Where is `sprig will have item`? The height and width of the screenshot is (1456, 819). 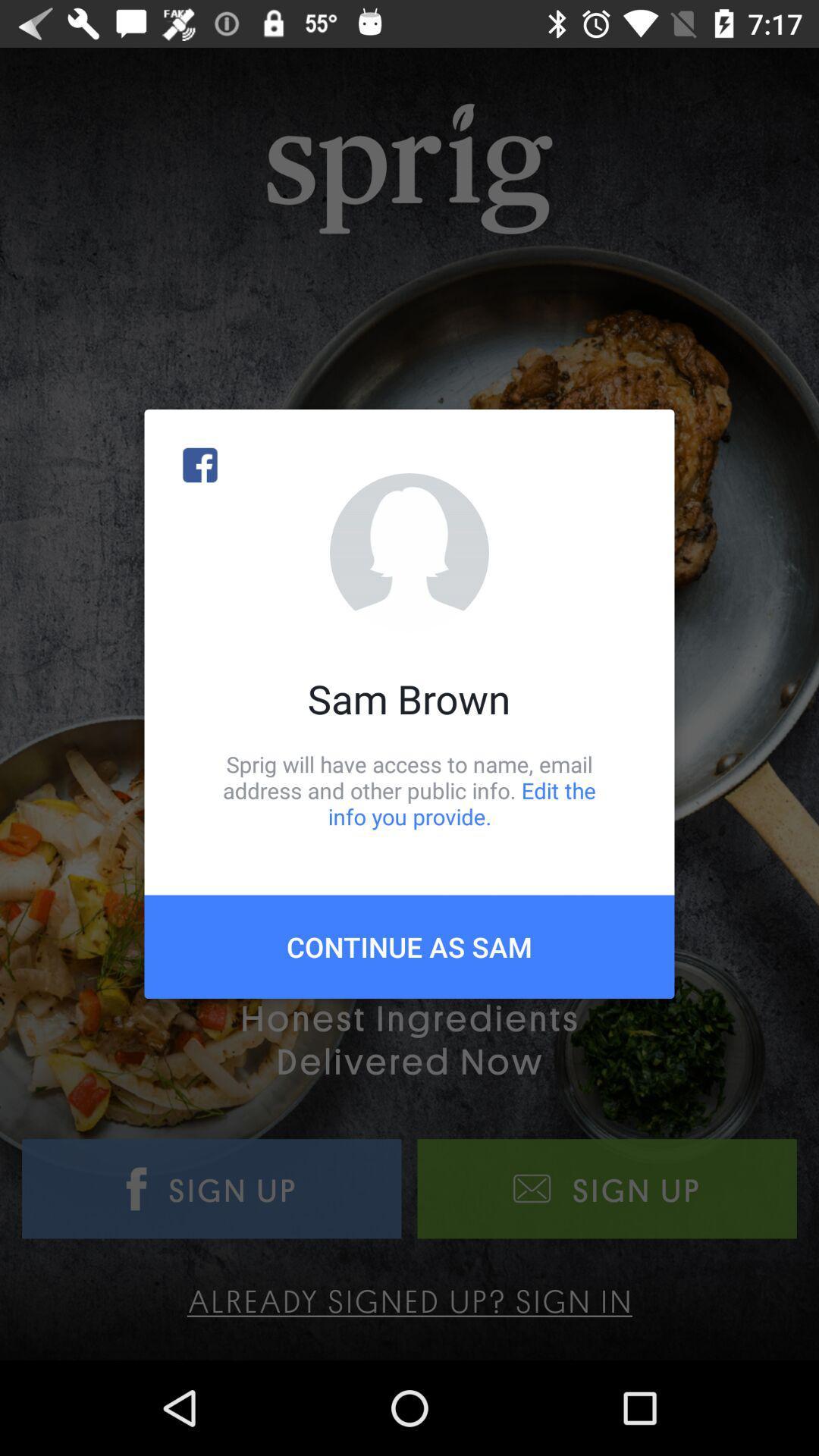
sprig will have item is located at coordinates (409, 789).